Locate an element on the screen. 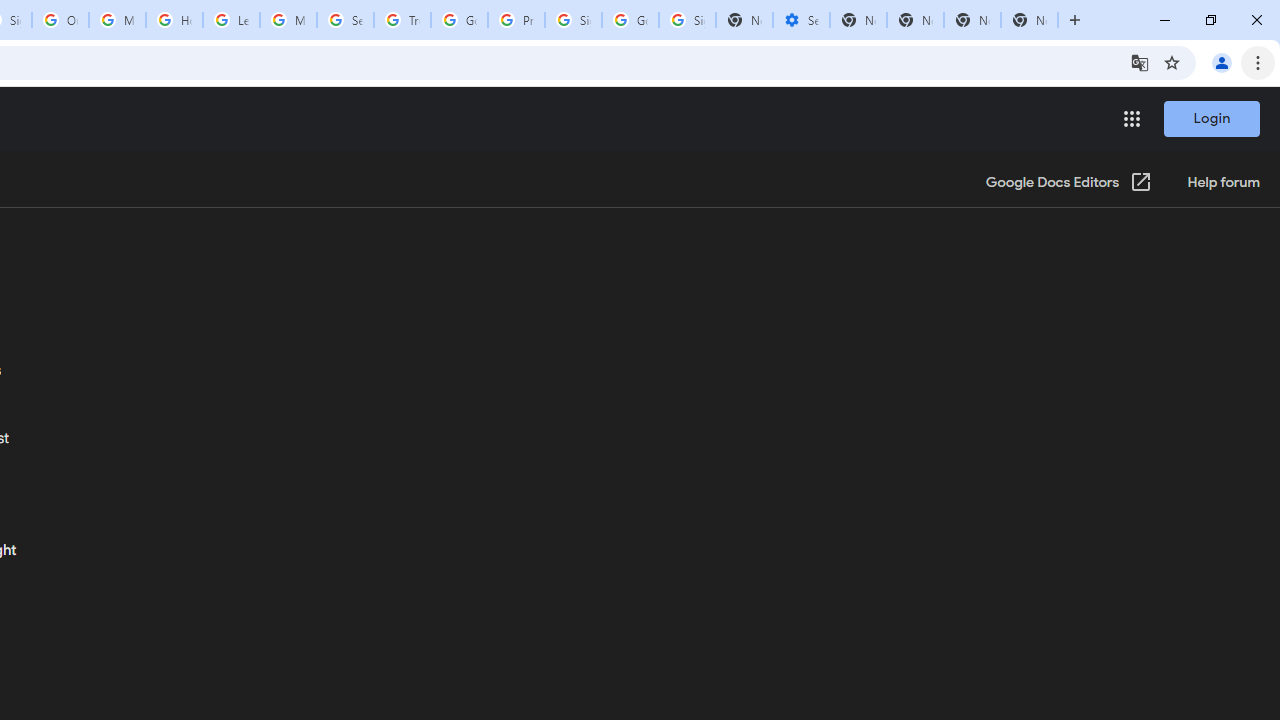 This screenshot has width=1280, height=720. 'Help forum' is located at coordinates (1222, 183).